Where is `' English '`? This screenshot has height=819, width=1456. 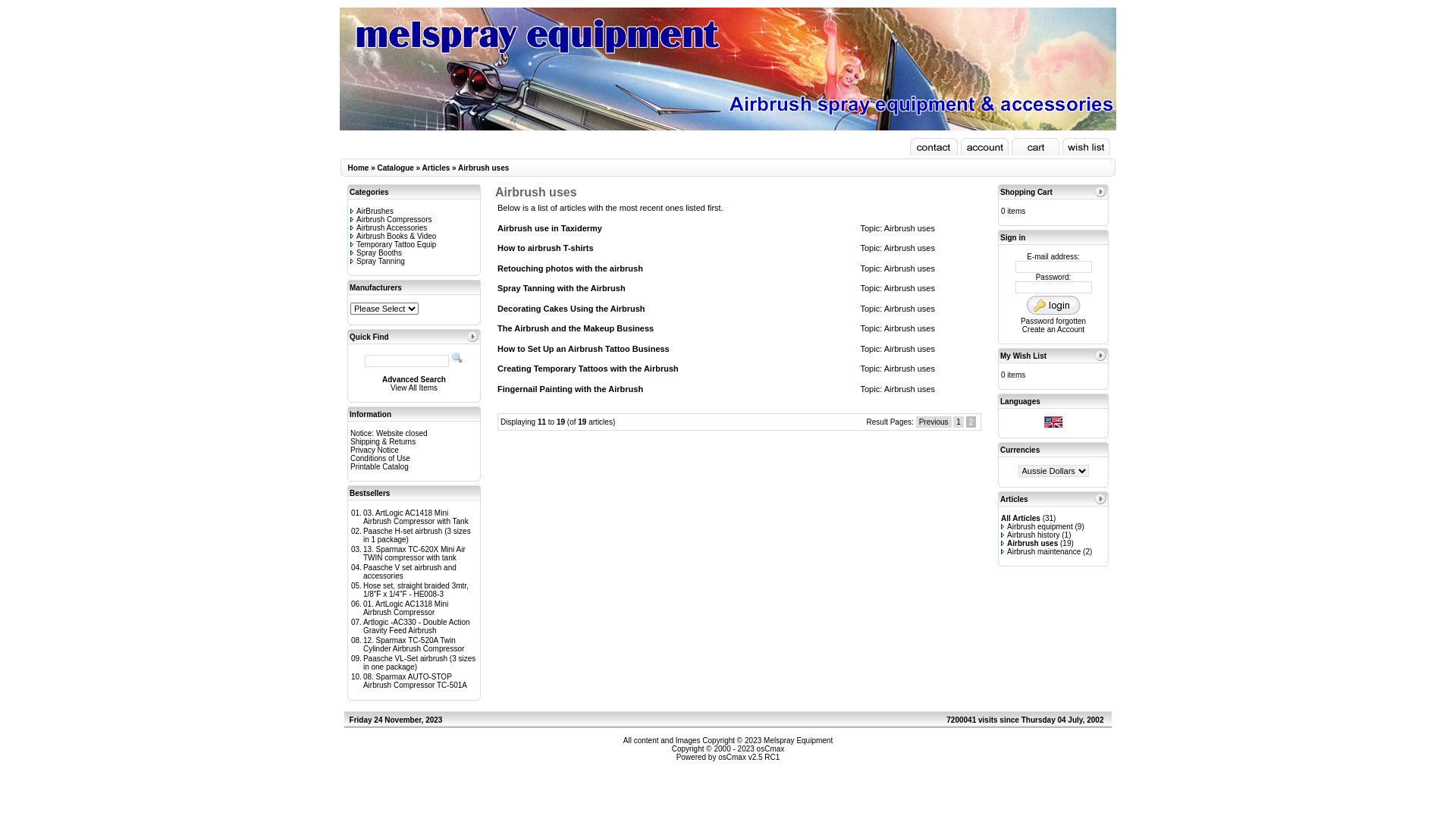
' English ' is located at coordinates (1052, 422).